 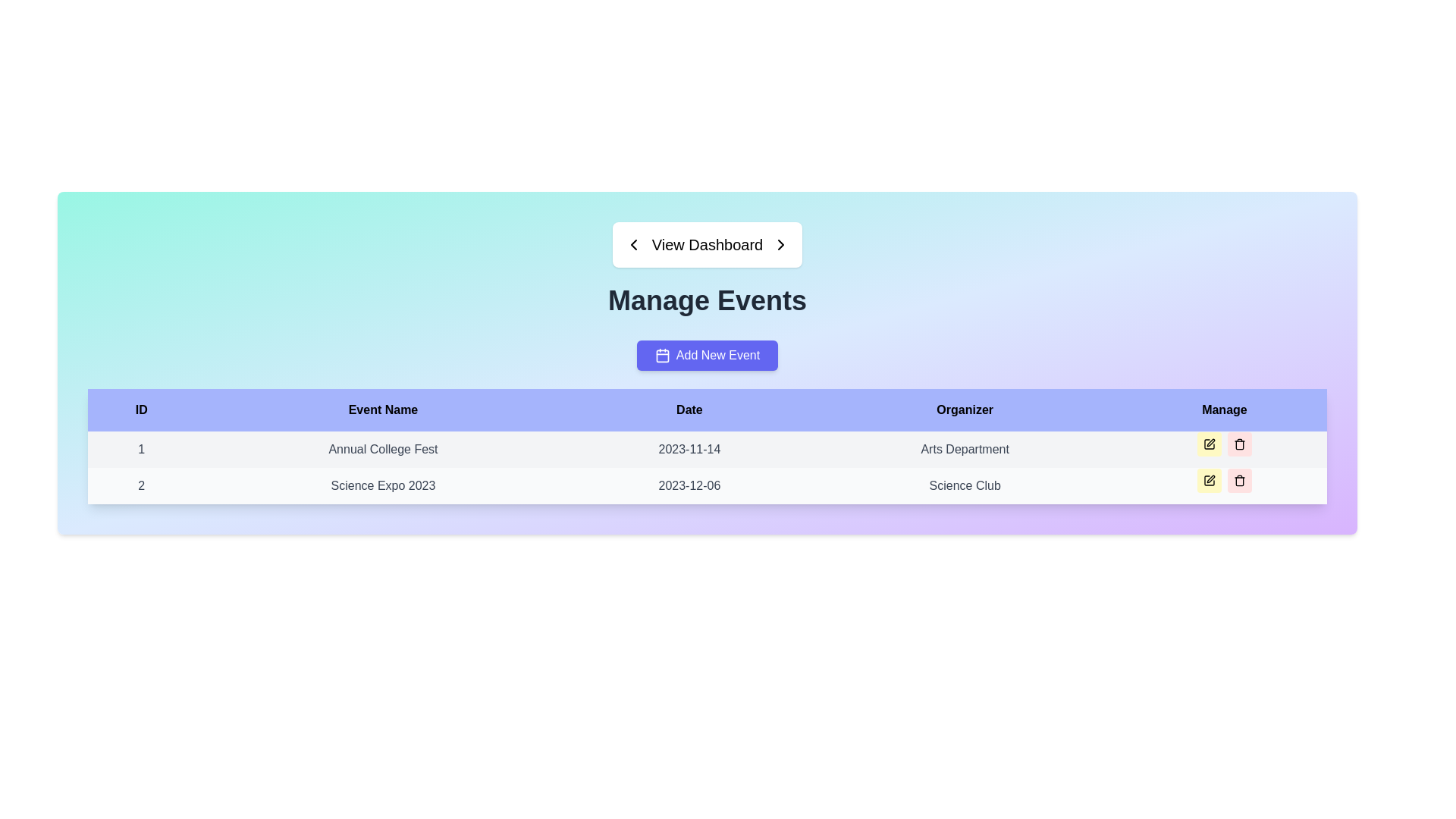 I want to click on the delete button in the 'Manage' column of the second row of the events table, so click(x=1239, y=444).